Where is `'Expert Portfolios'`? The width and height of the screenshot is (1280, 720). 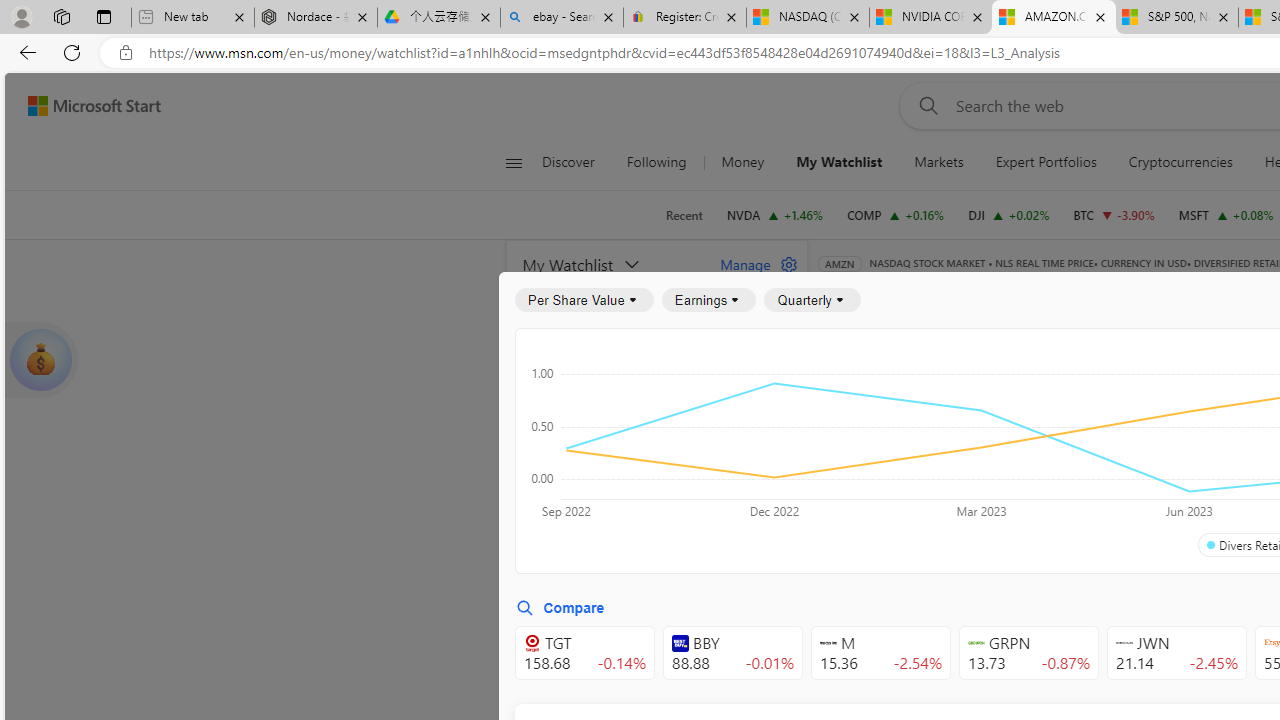
'Expert Portfolios' is located at coordinates (1044, 162).